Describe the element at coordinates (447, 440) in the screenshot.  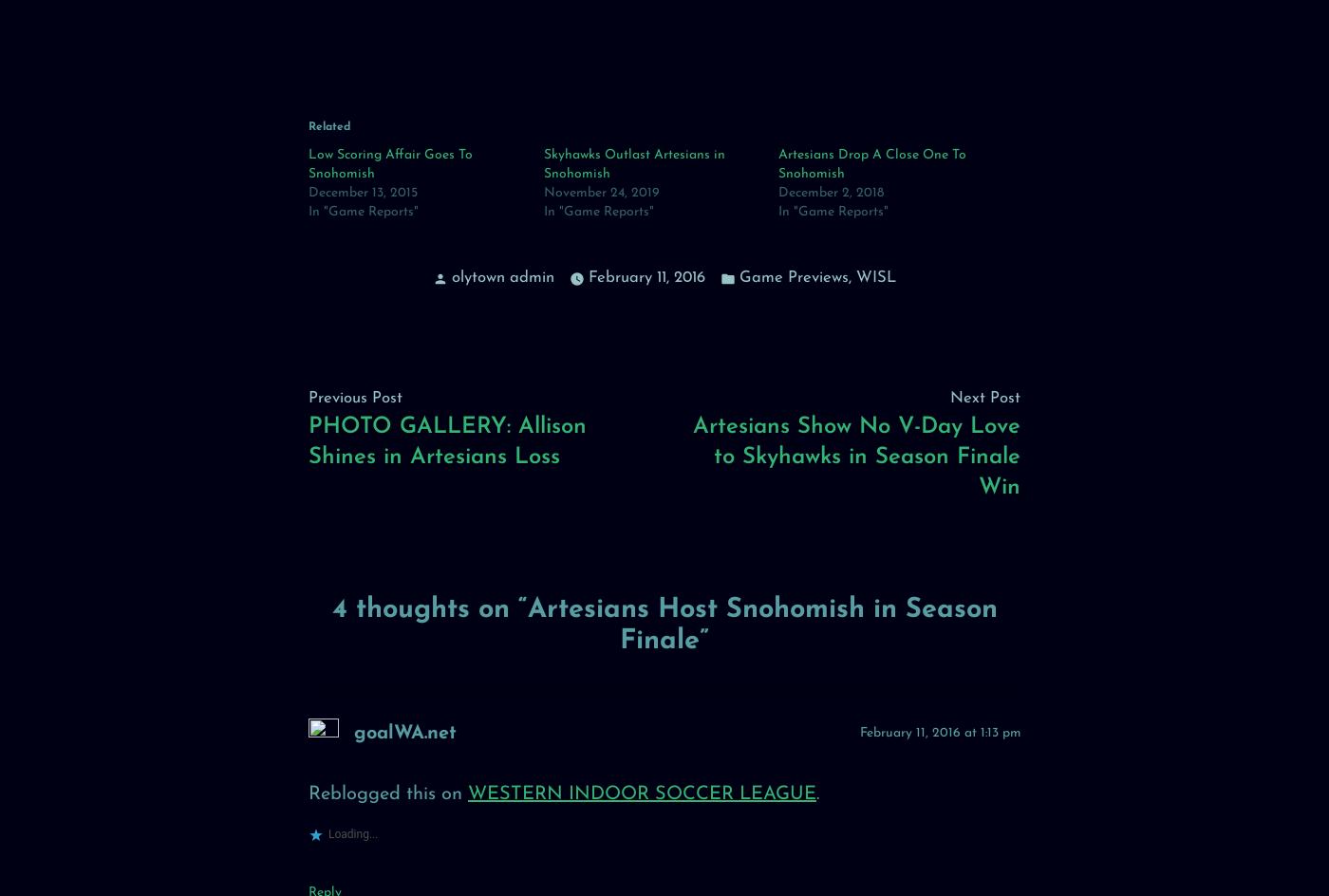
I see `'PHOTO GALLERY: Allison Shines in Artesians Loss'` at that location.